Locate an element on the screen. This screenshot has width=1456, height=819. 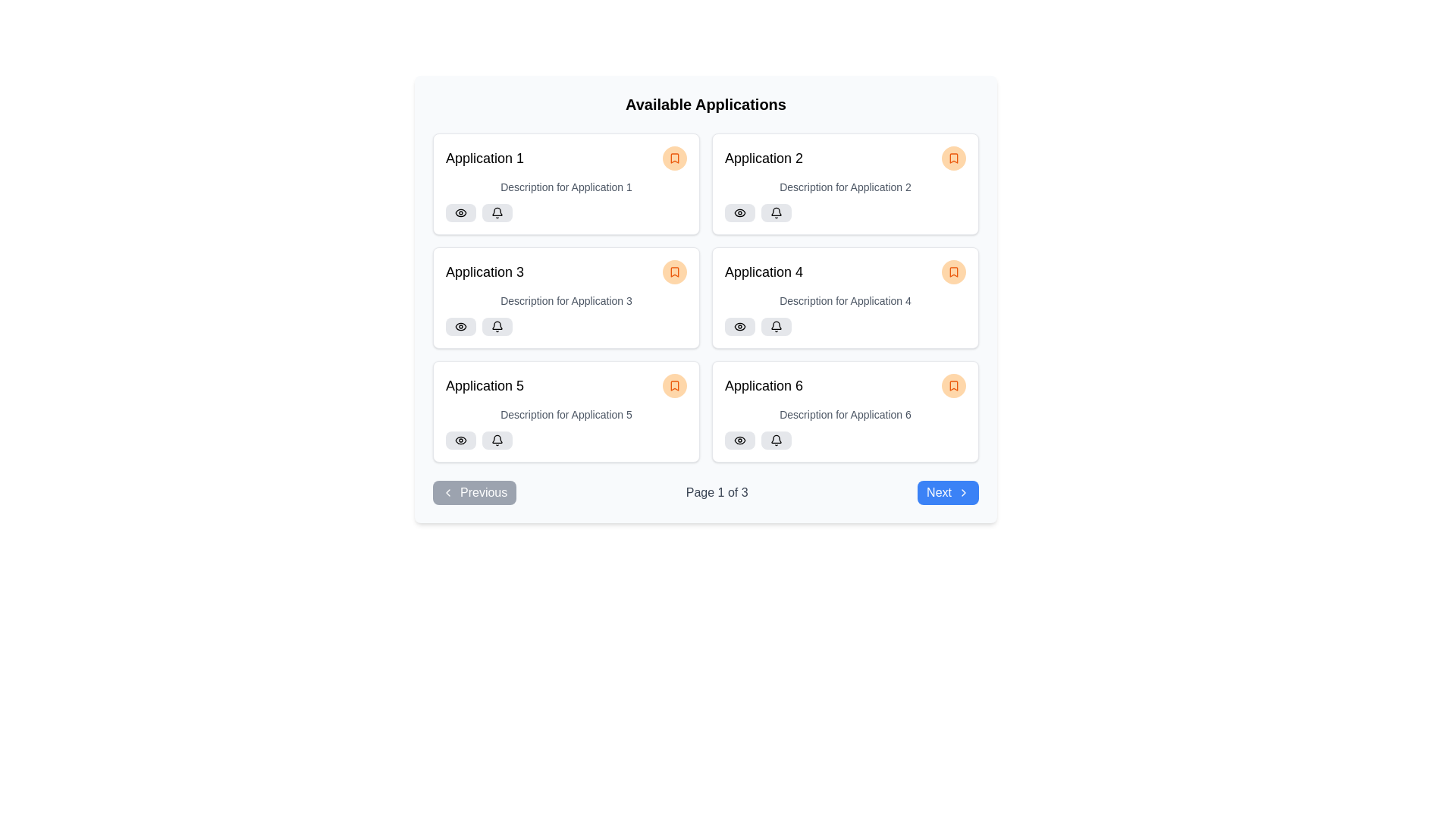
the visibility button with an icon located in the lower row of the 'Application 4' card, to the left of the bell icon is located at coordinates (739, 326).